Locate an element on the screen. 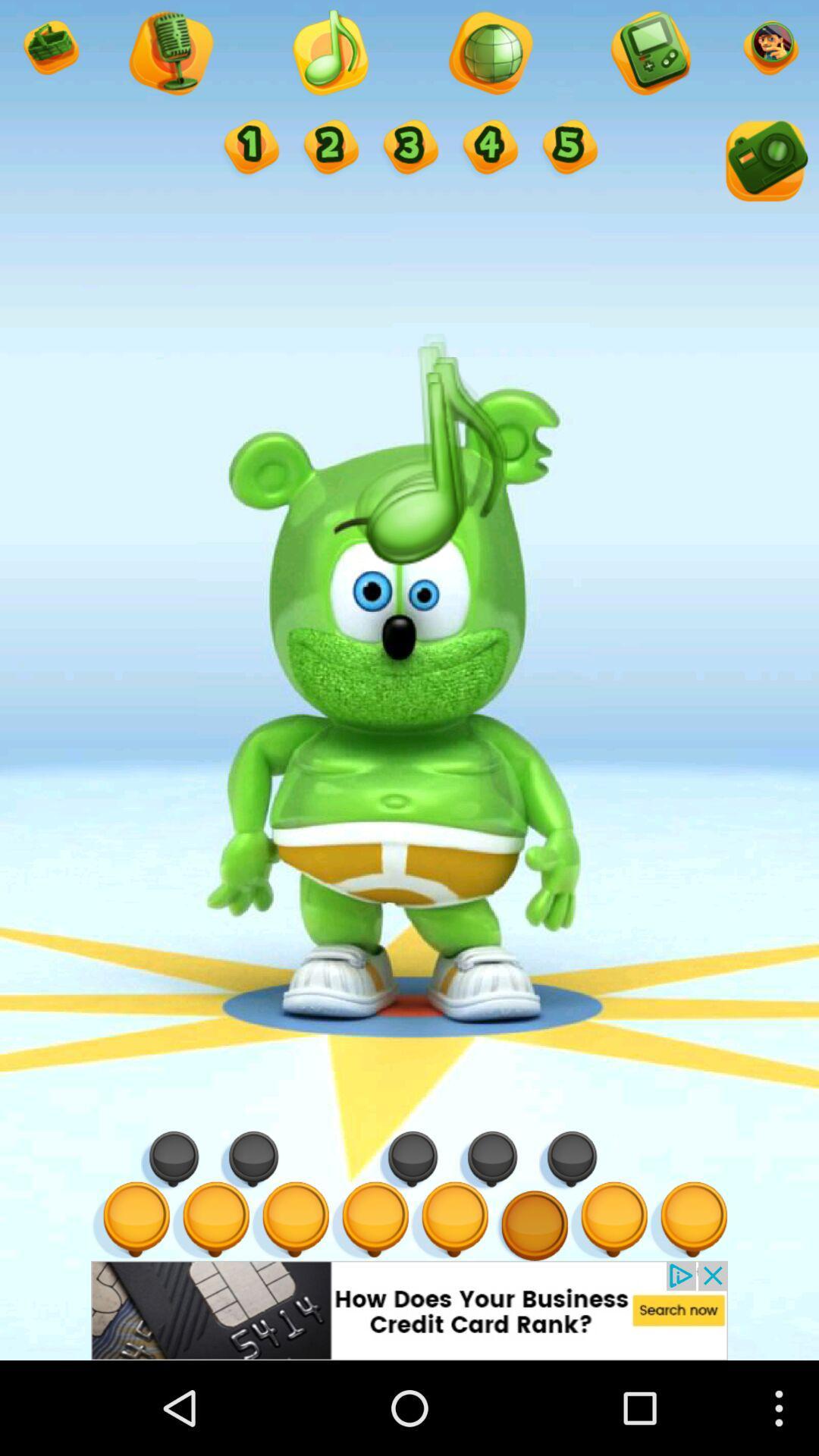 The width and height of the screenshot is (819, 1456). the microphone icon is located at coordinates (489, 58).